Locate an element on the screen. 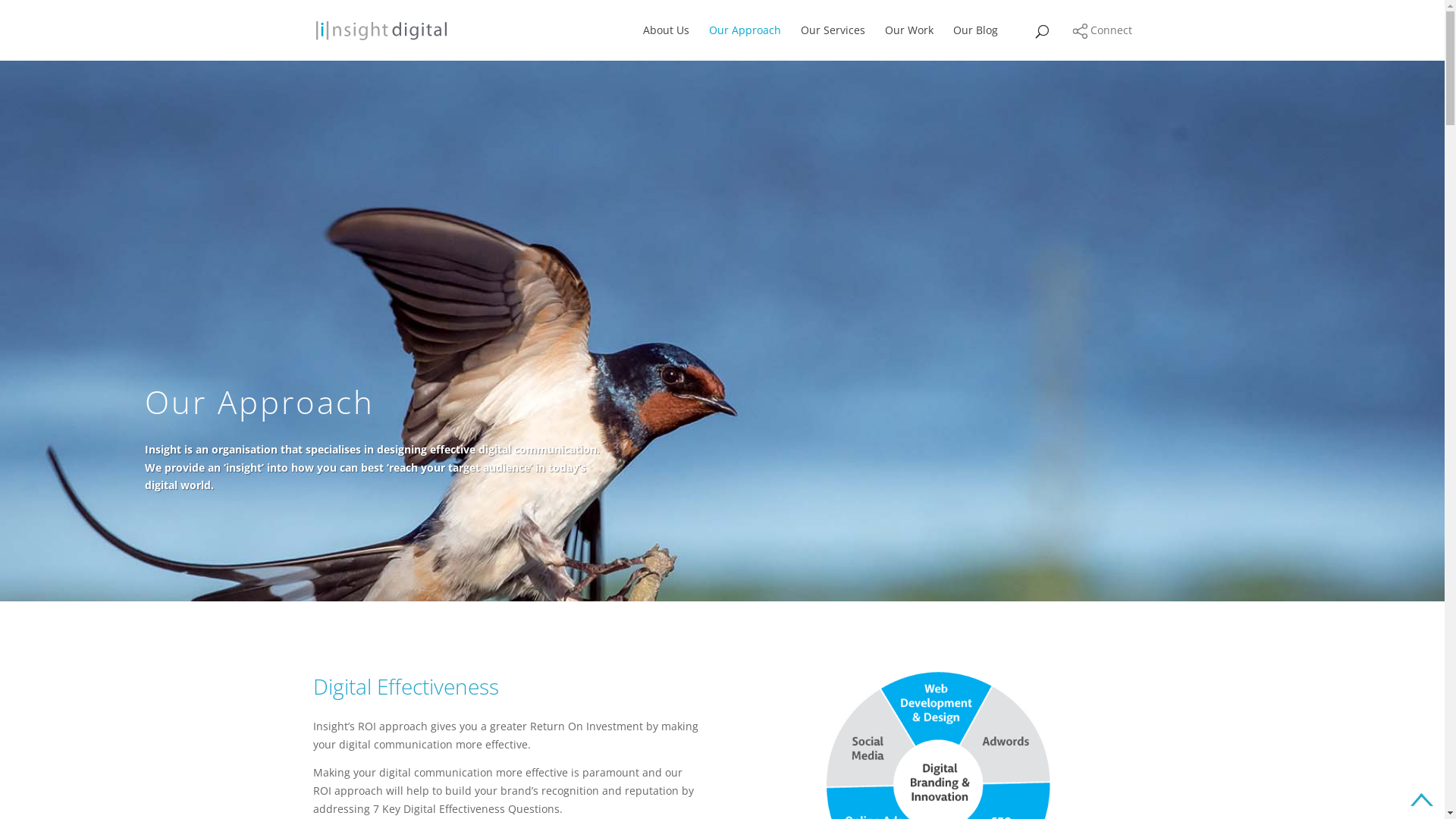  'Our Approach' is located at coordinates (744, 42).